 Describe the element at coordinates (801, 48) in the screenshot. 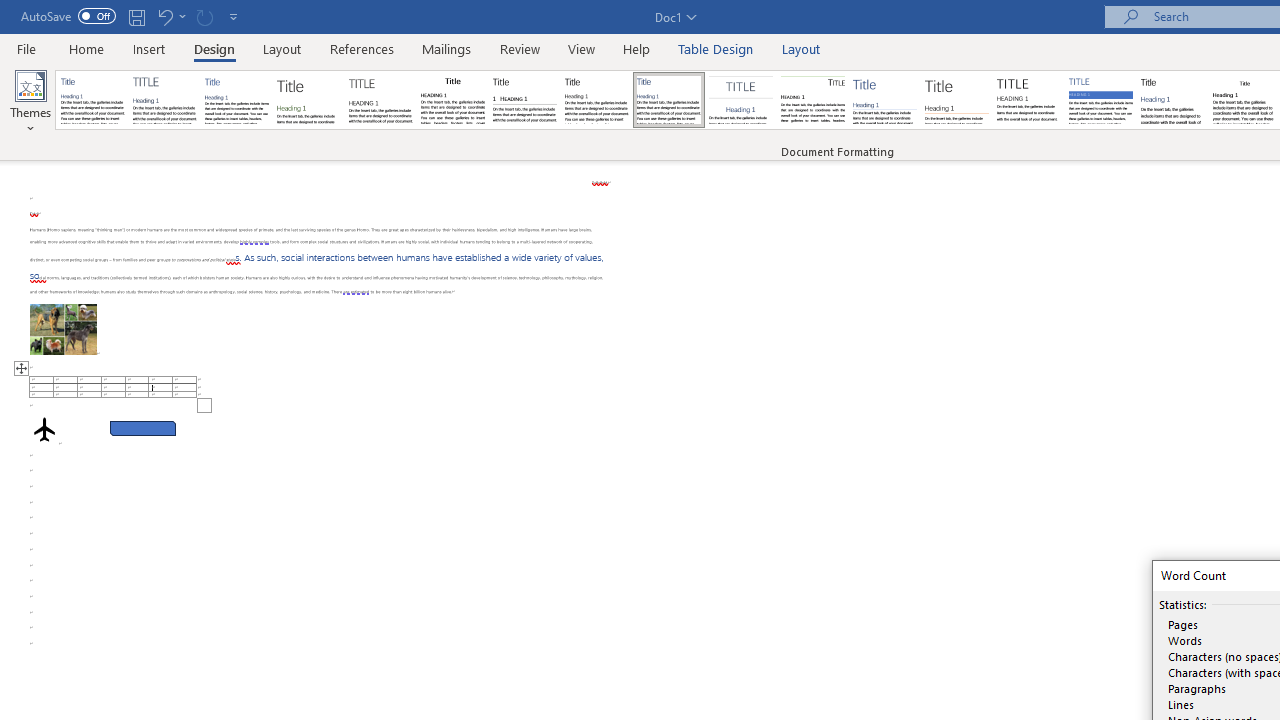

I see `'Layout'` at that location.